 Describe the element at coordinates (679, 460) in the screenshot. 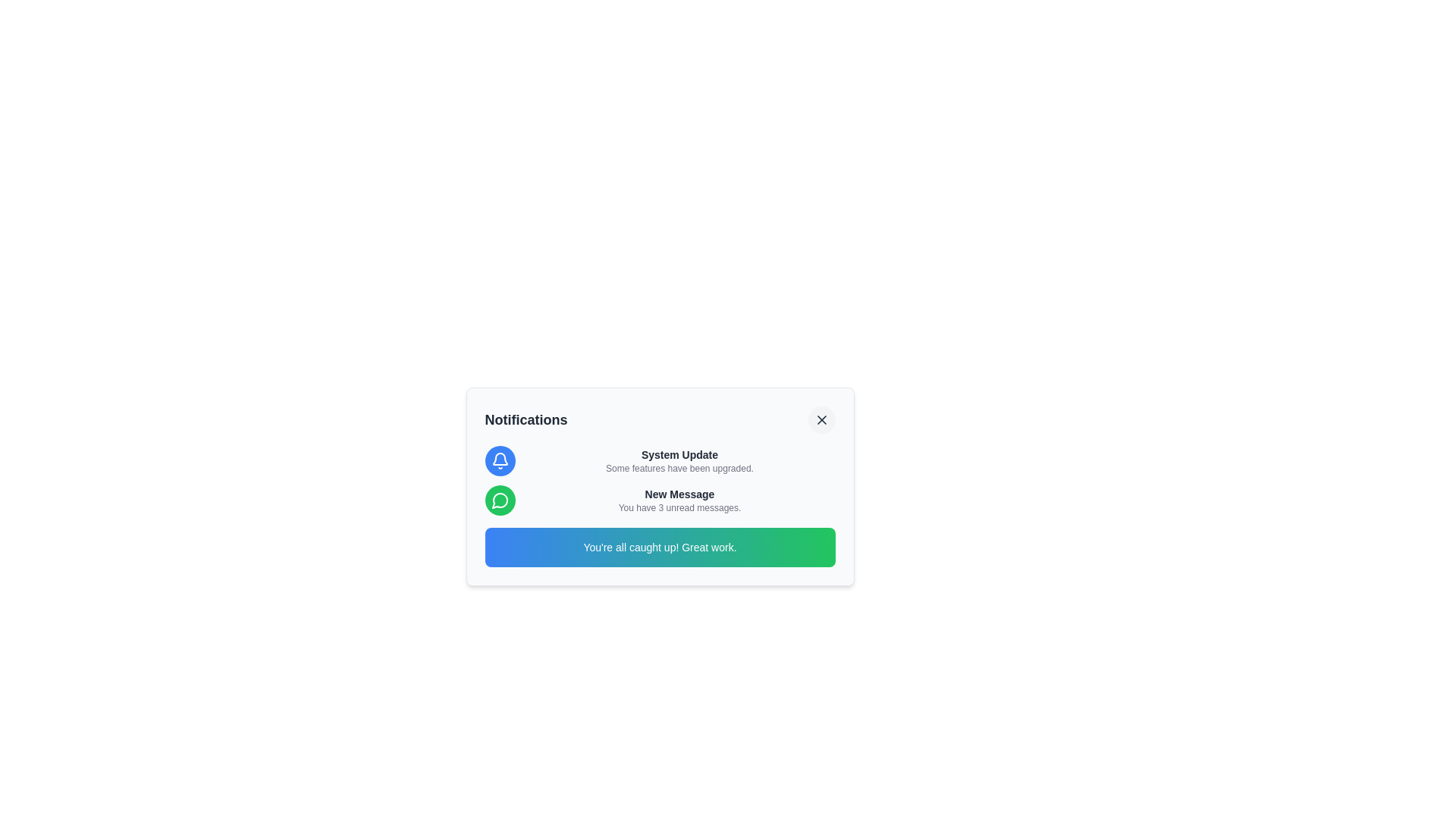

I see `the informational text block displaying 'System Update' with the subtitle 'Some features have been upgraded.' located in the upper half of the notification popup window` at that location.